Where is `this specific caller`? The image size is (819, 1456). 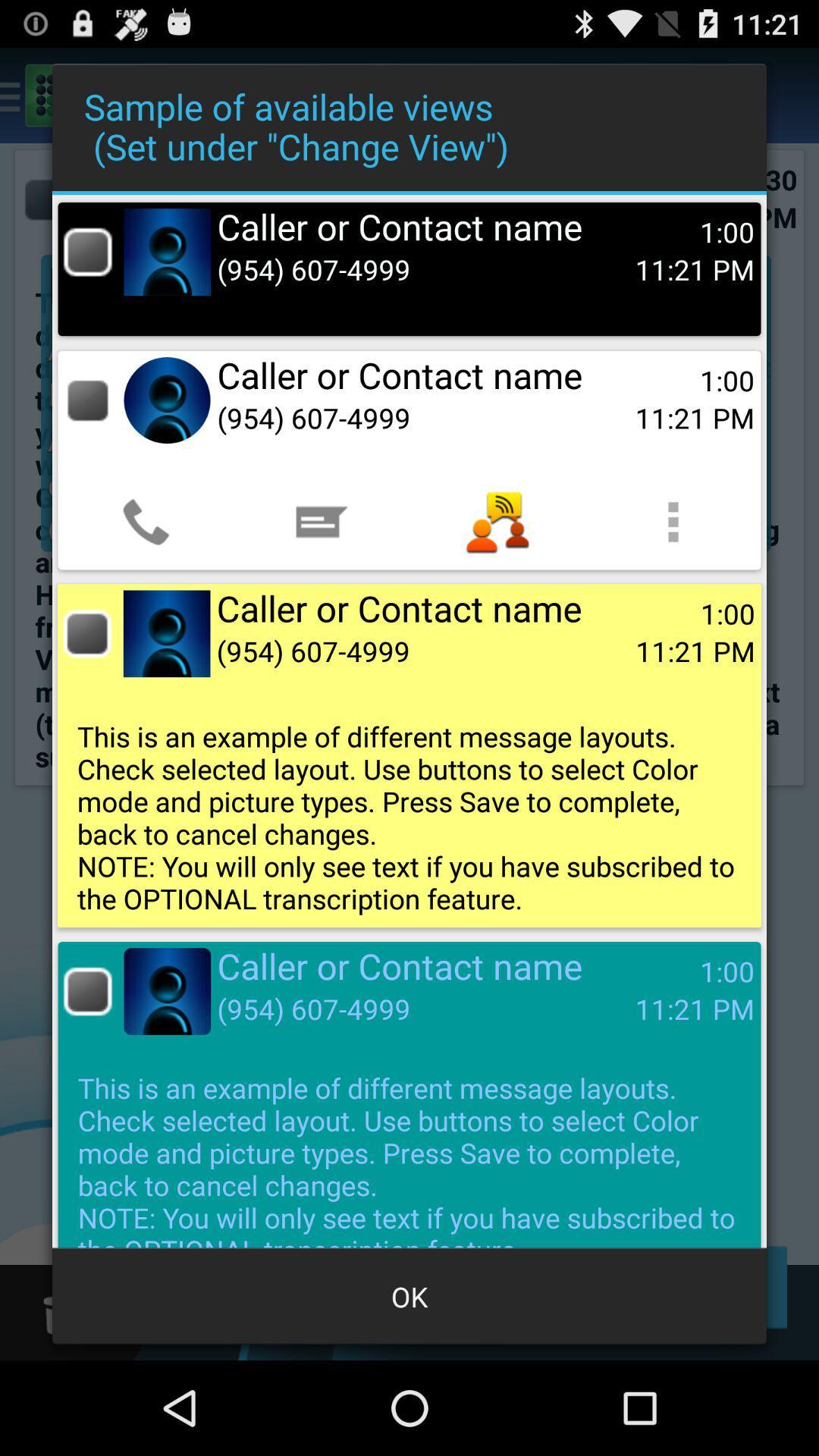
this specific caller is located at coordinates (87, 633).